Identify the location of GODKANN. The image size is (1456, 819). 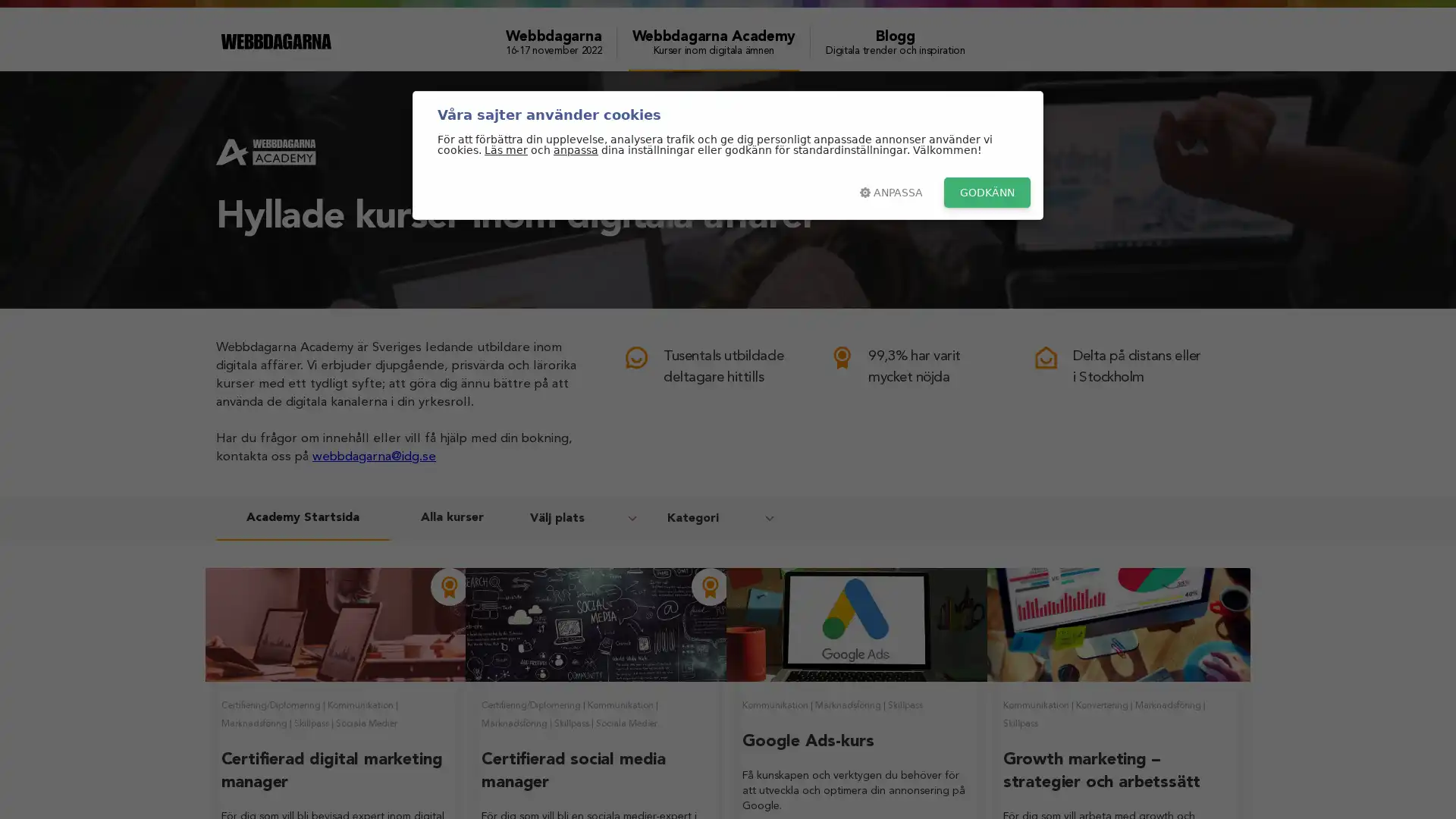
(987, 192).